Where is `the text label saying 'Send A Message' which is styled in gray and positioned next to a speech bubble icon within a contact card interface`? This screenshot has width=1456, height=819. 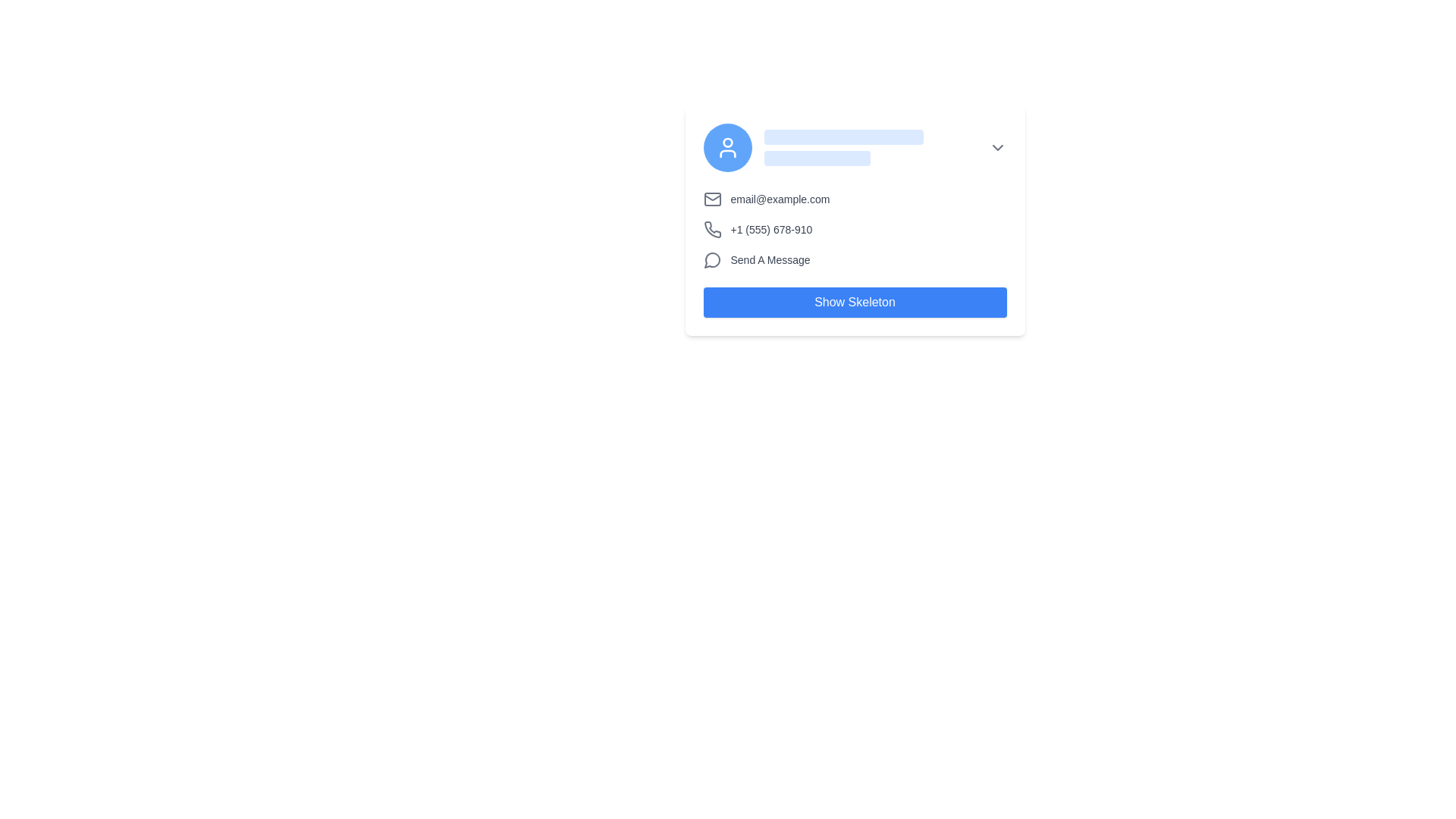 the text label saying 'Send A Message' which is styled in gray and positioned next to a speech bubble icon within a contact card interface is located at coordinates (770, 259).